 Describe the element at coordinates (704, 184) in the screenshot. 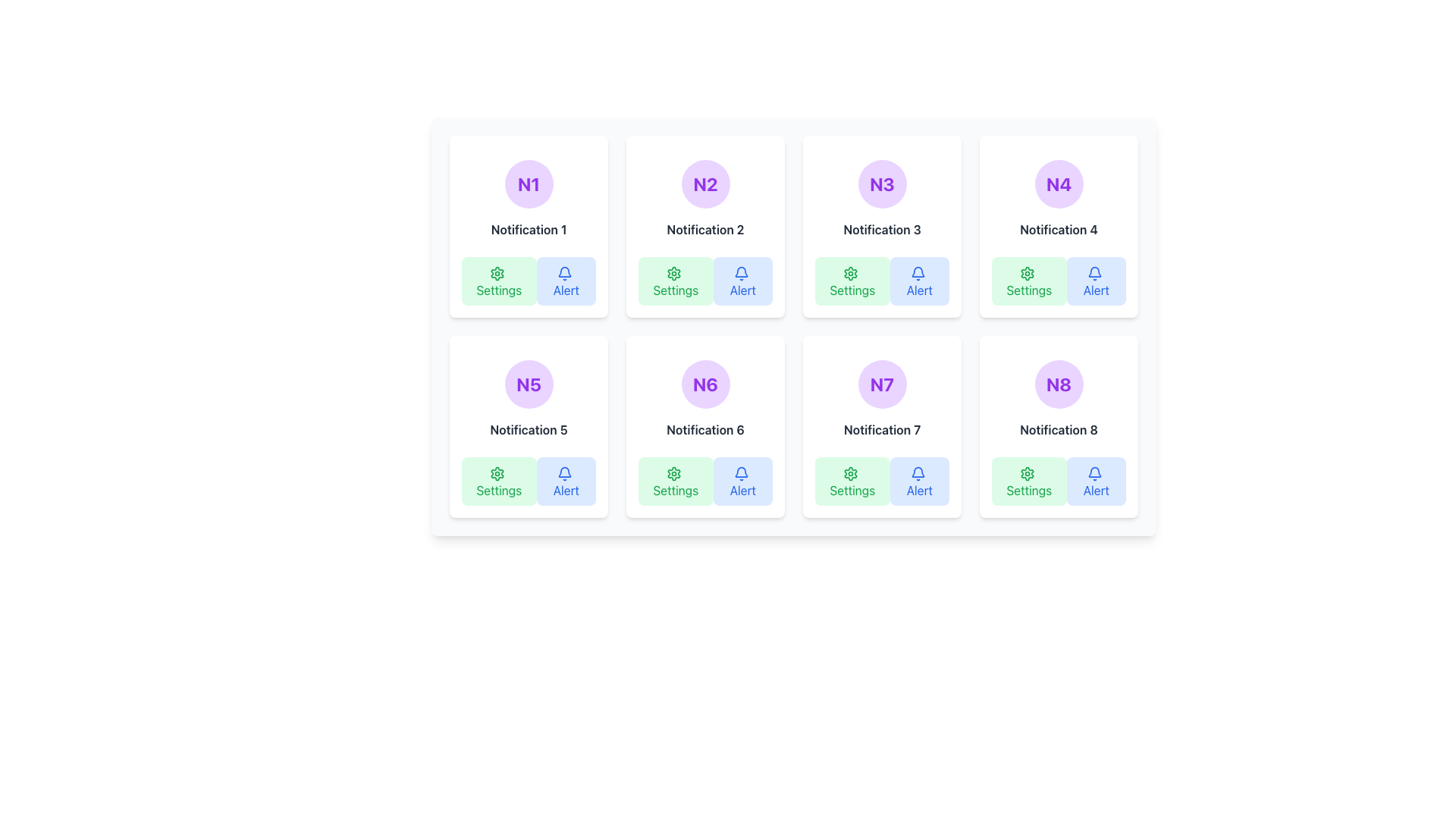

I see `the round button labeled 'N2' with bold purple text on a light purple background, located at the top-center of the 'Notification 2' card` at that location.